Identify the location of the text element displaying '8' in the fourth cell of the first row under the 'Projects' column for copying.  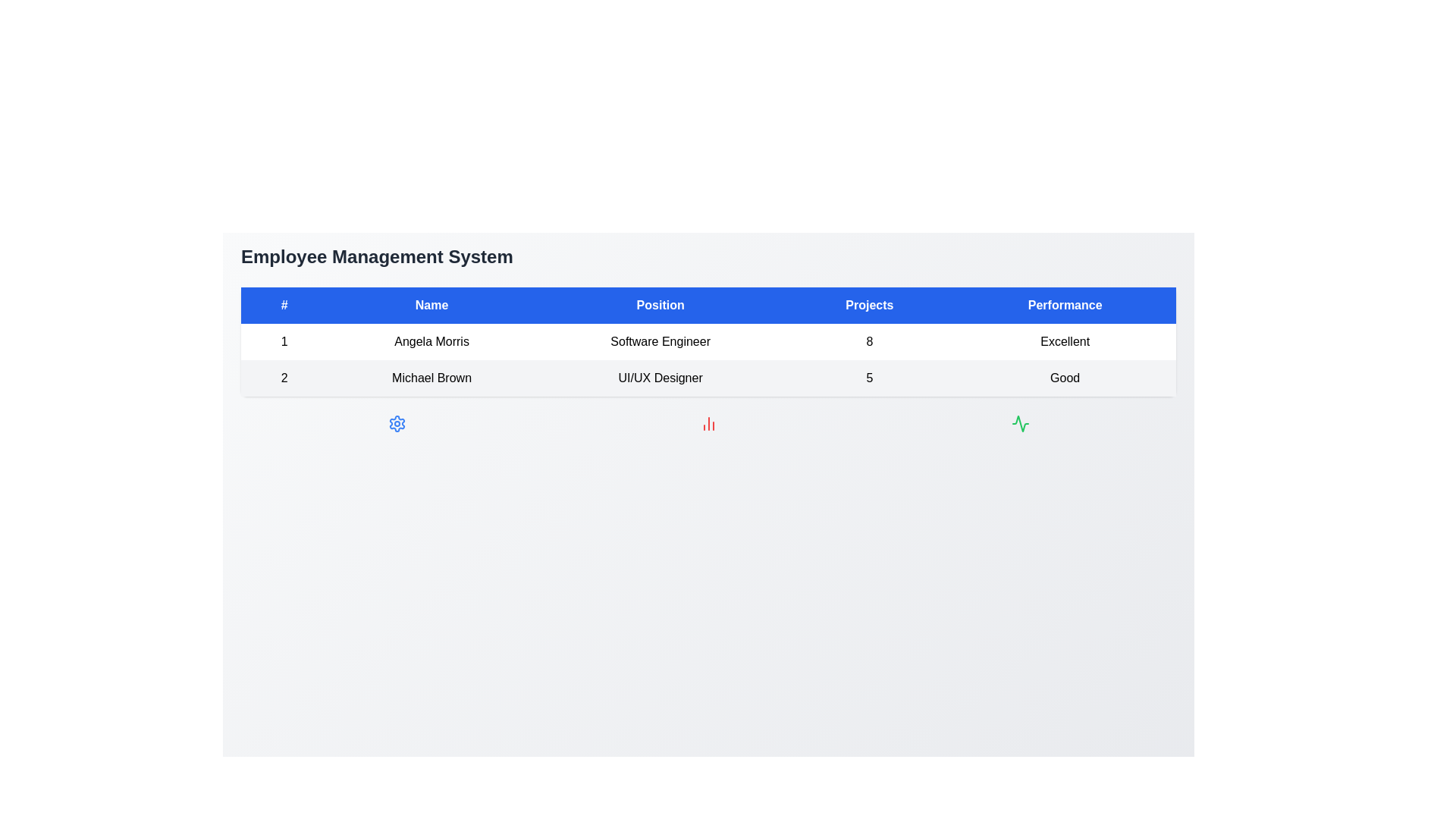
(869, 342).